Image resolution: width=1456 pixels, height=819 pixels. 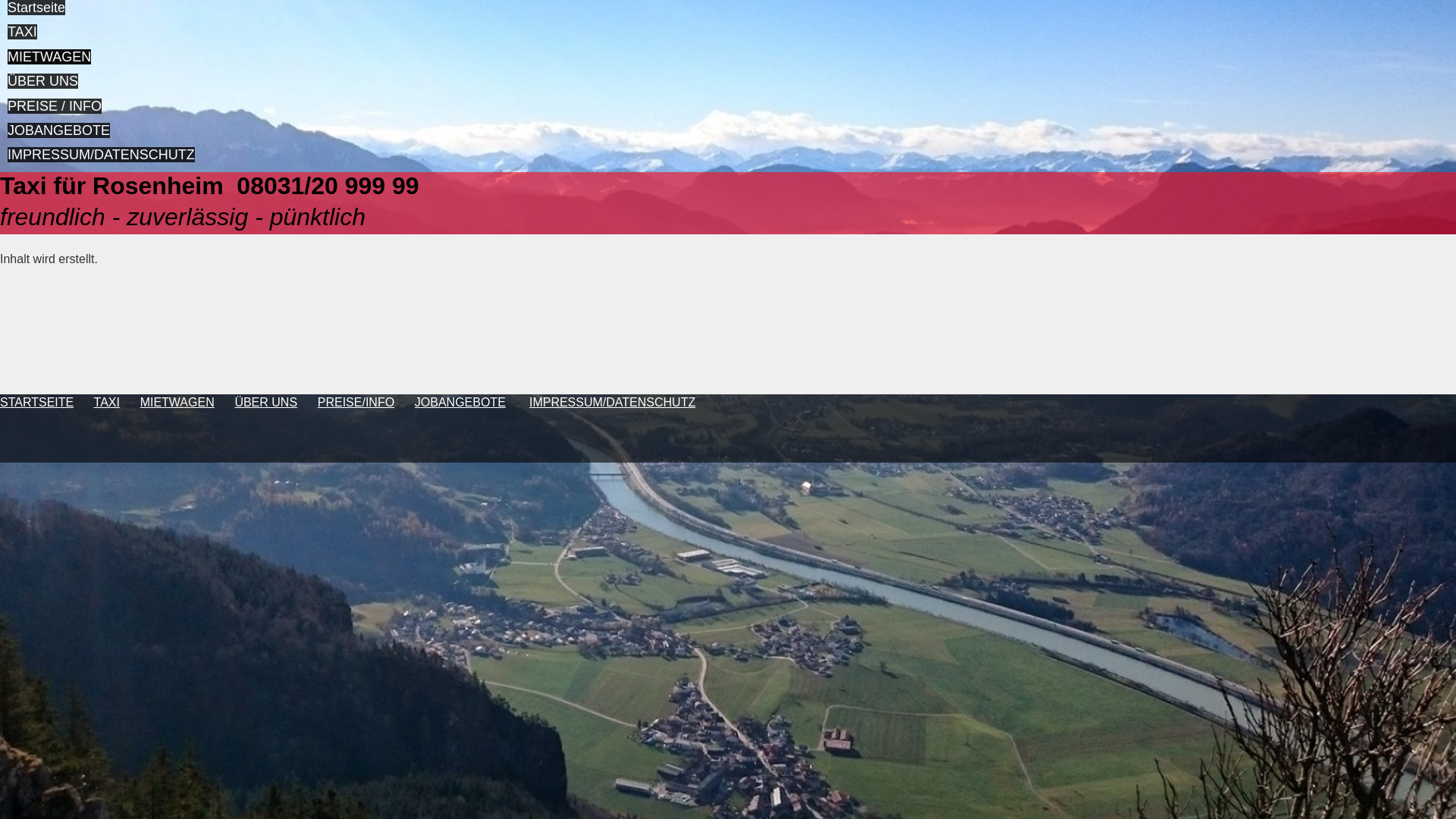 I want to click on 'IMPRESSUM/DATENSCHUTZ', so click(x=100, y=155).